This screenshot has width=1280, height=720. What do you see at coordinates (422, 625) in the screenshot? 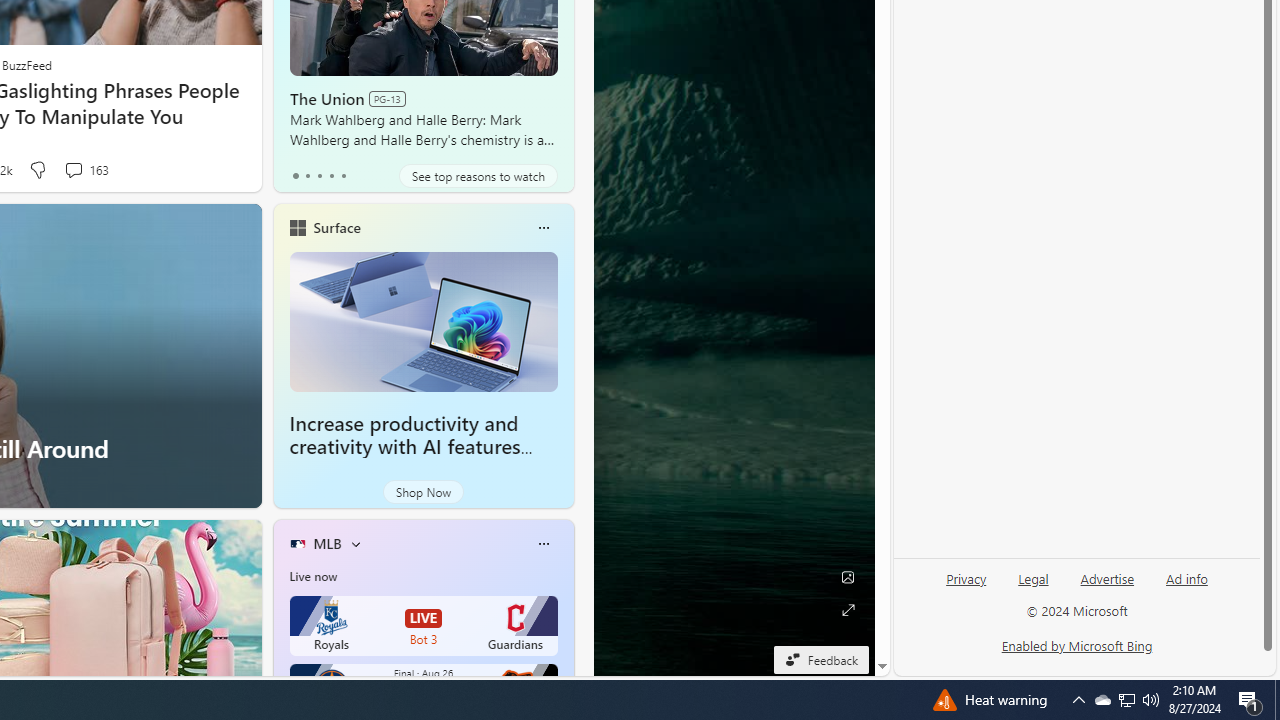
I see `'Royals LIVE Bot 3 Guardians'` at bounding box center [422, 625].